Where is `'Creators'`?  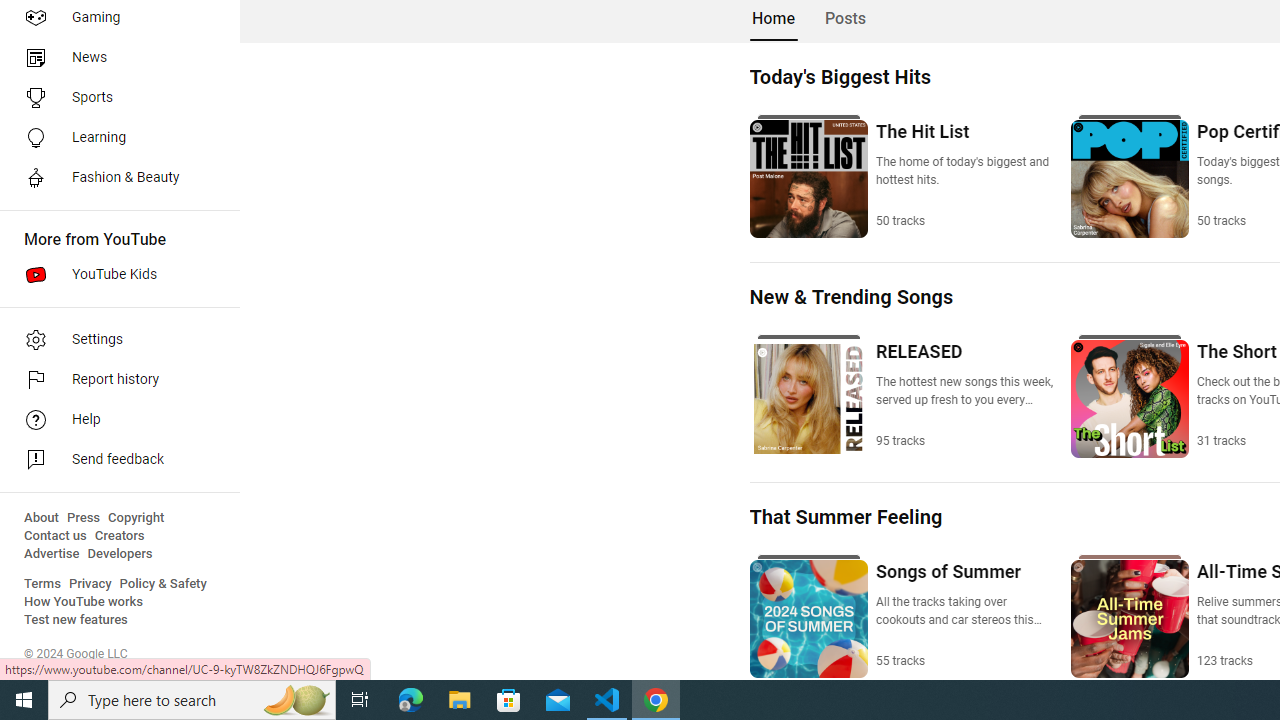
'Creators' is located at coordinates (118, 535).